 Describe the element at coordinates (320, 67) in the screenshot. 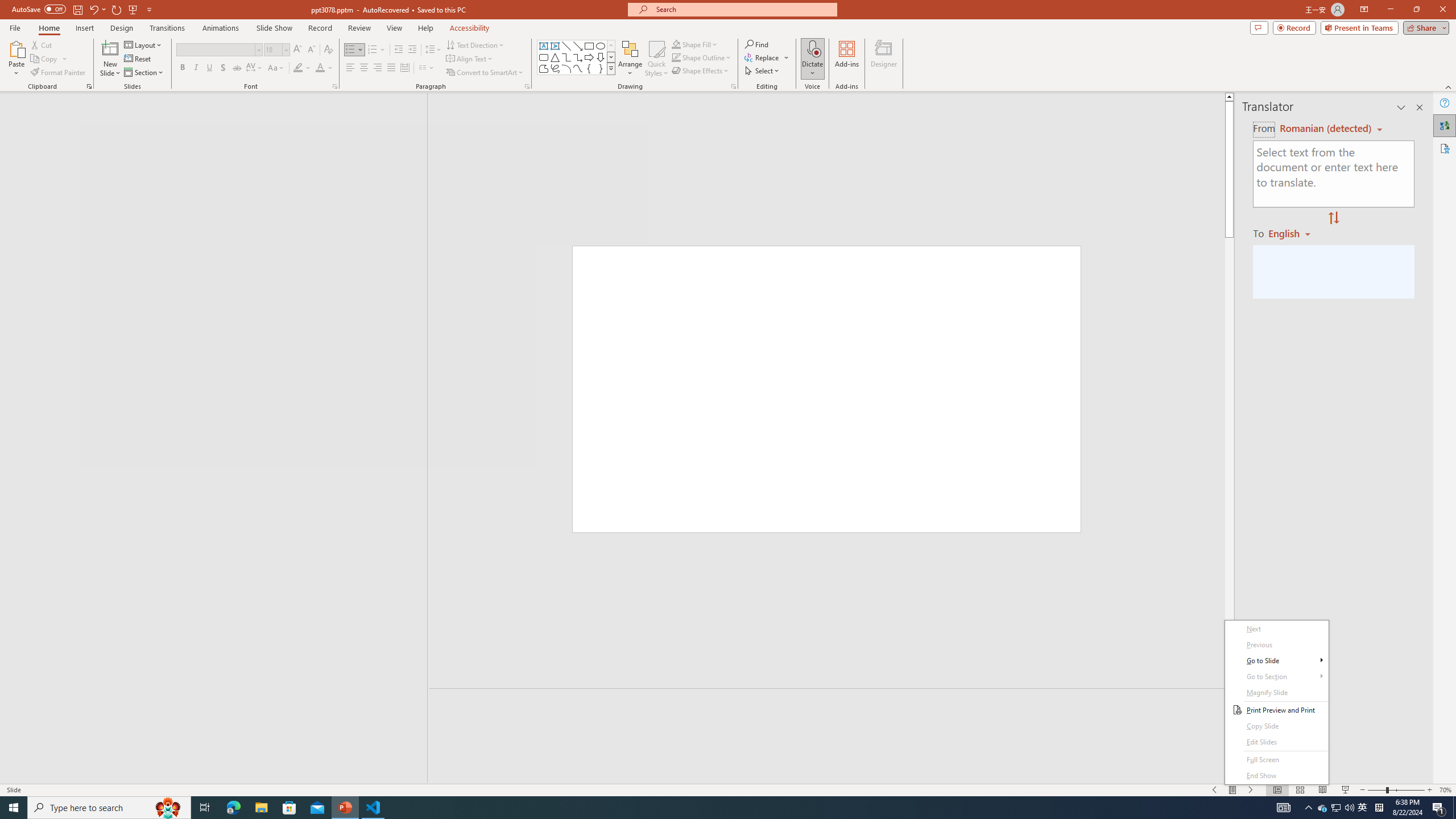

I see `'Font Color Red'` at that location.